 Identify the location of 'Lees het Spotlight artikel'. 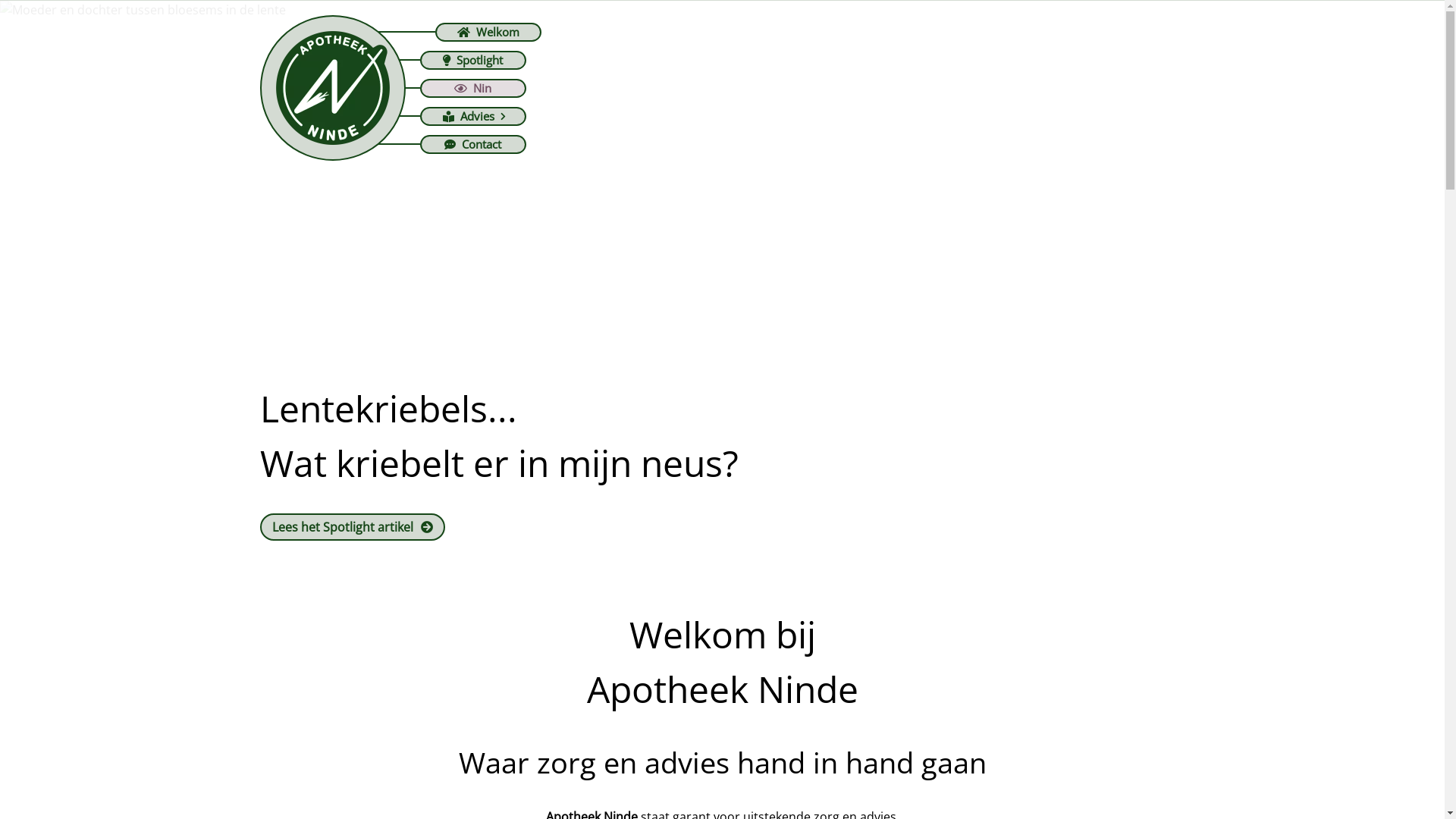
(259, 526).